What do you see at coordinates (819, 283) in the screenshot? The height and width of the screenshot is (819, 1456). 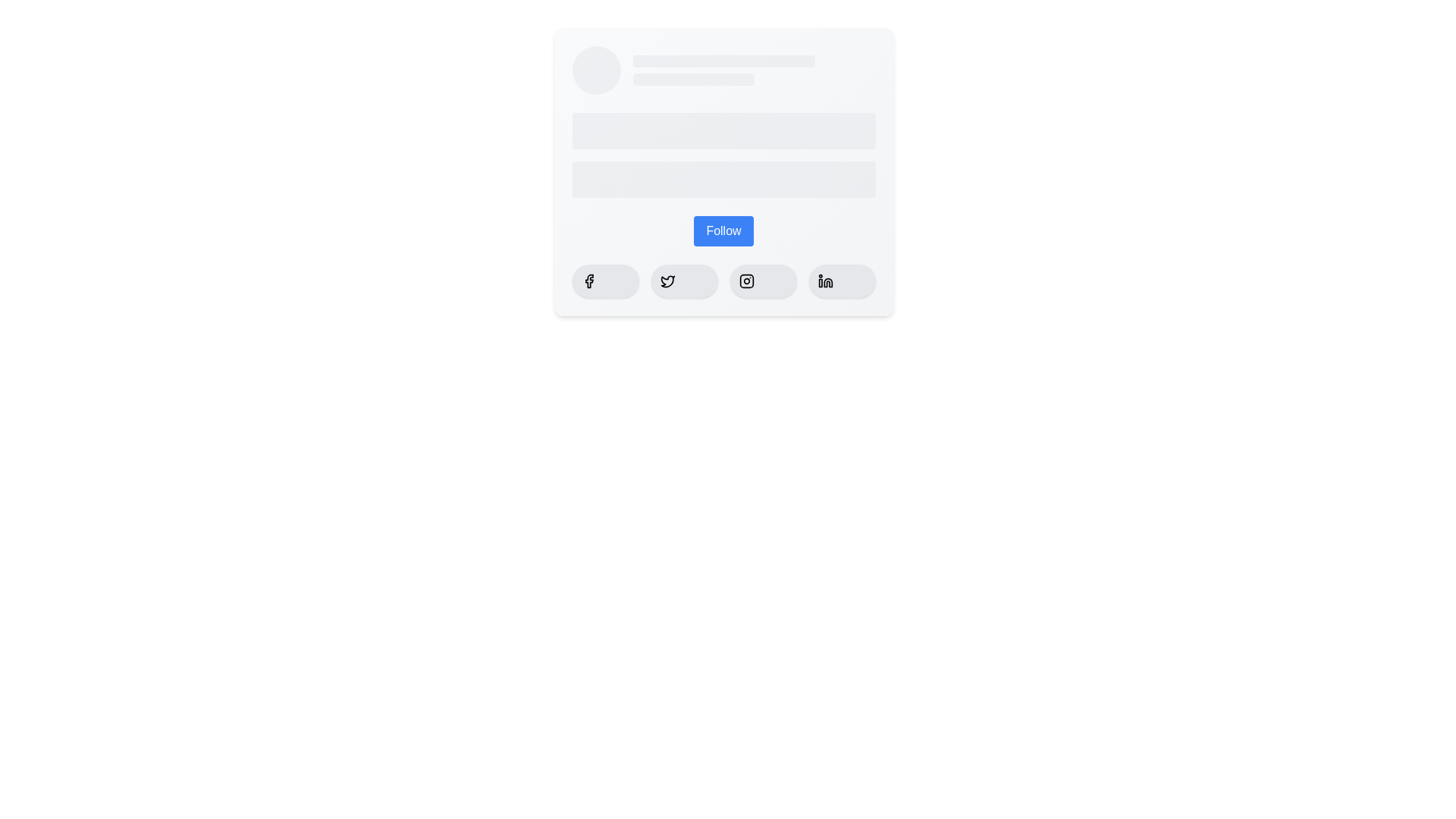 I see `the decorative UI component of the LinkedIn icon, which is part of the vertical bar in the 'in' character, located within the fourth interactive element of the social media link set beneath the 'Follow' button` at bounding box center [819, 283].